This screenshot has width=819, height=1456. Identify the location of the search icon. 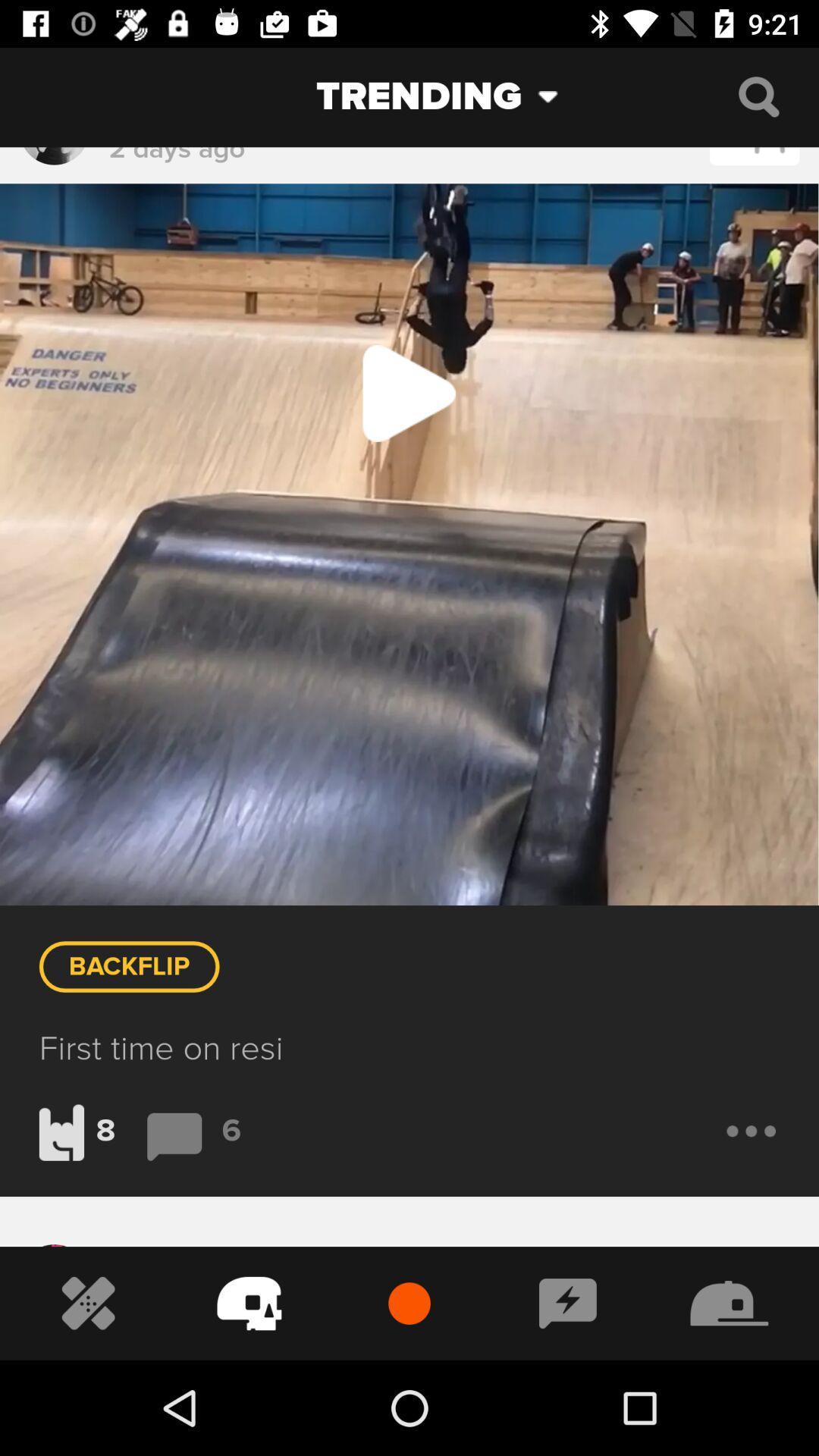
(758, 96).